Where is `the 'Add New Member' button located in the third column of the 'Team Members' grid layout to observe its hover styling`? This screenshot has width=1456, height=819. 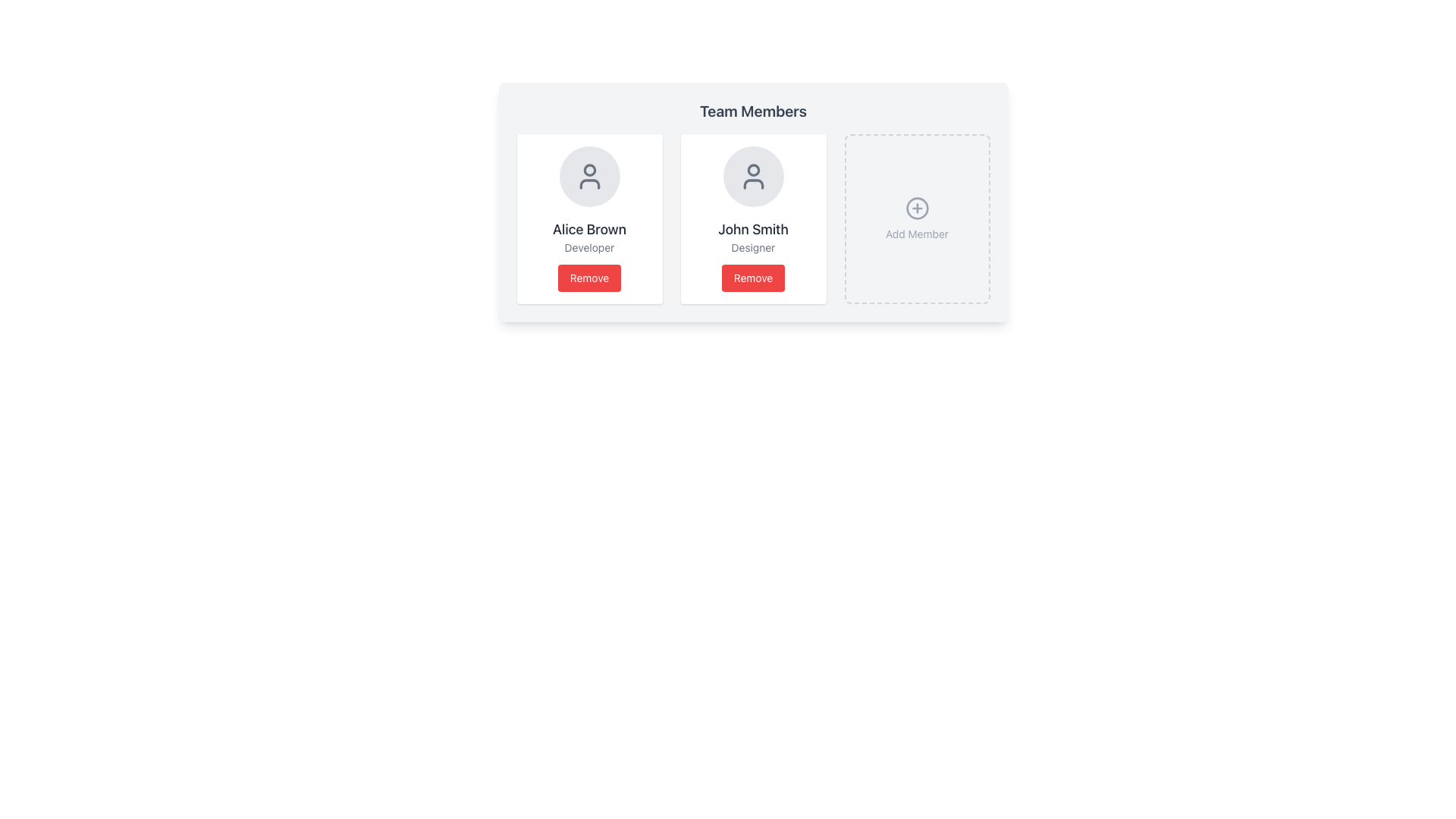
the 'Add New Member' button located in the third column of the 'Team Members' grid layout to observe its hover styling is located at coordinates (916, 219).